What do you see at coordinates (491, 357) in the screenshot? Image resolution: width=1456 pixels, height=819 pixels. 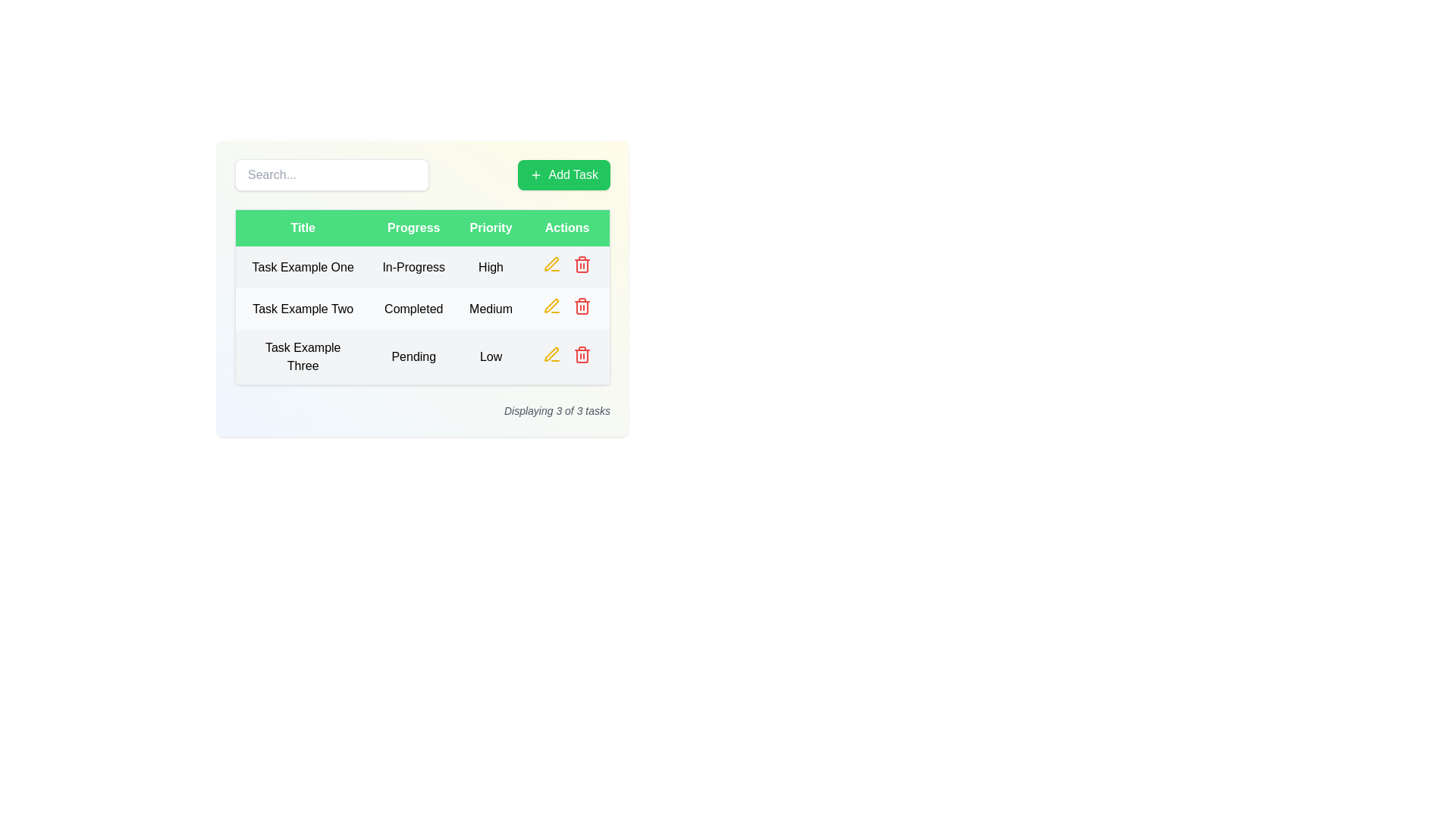 I see `the informational text label indicating the priority status of the task titled 'Task Example Three' in the 'Priority' column of the table` at bounding box center [491, 357].